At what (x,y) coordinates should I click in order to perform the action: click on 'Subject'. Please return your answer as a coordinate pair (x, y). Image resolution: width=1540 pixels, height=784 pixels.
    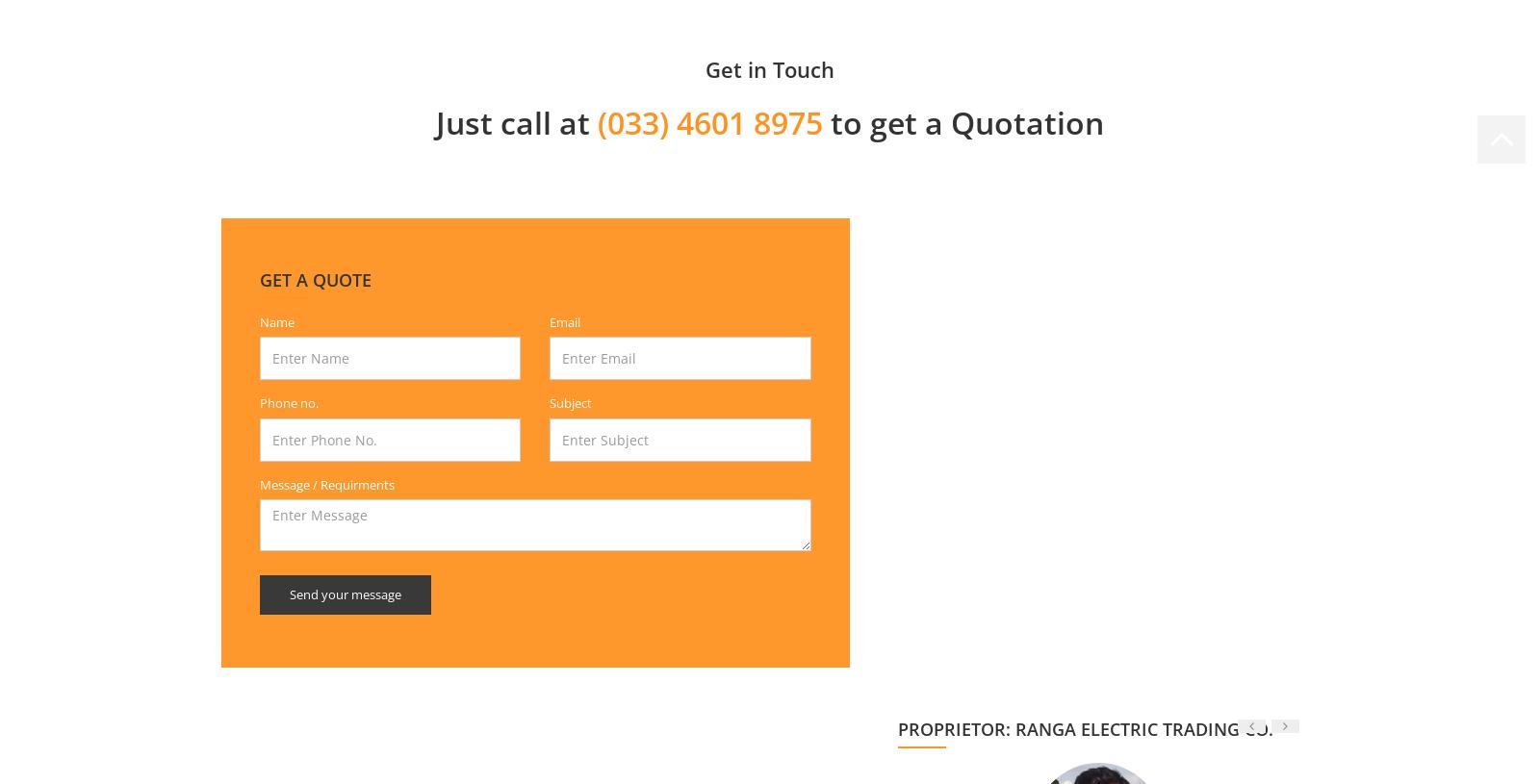
    Looking at the image, I should click on (569, 402).